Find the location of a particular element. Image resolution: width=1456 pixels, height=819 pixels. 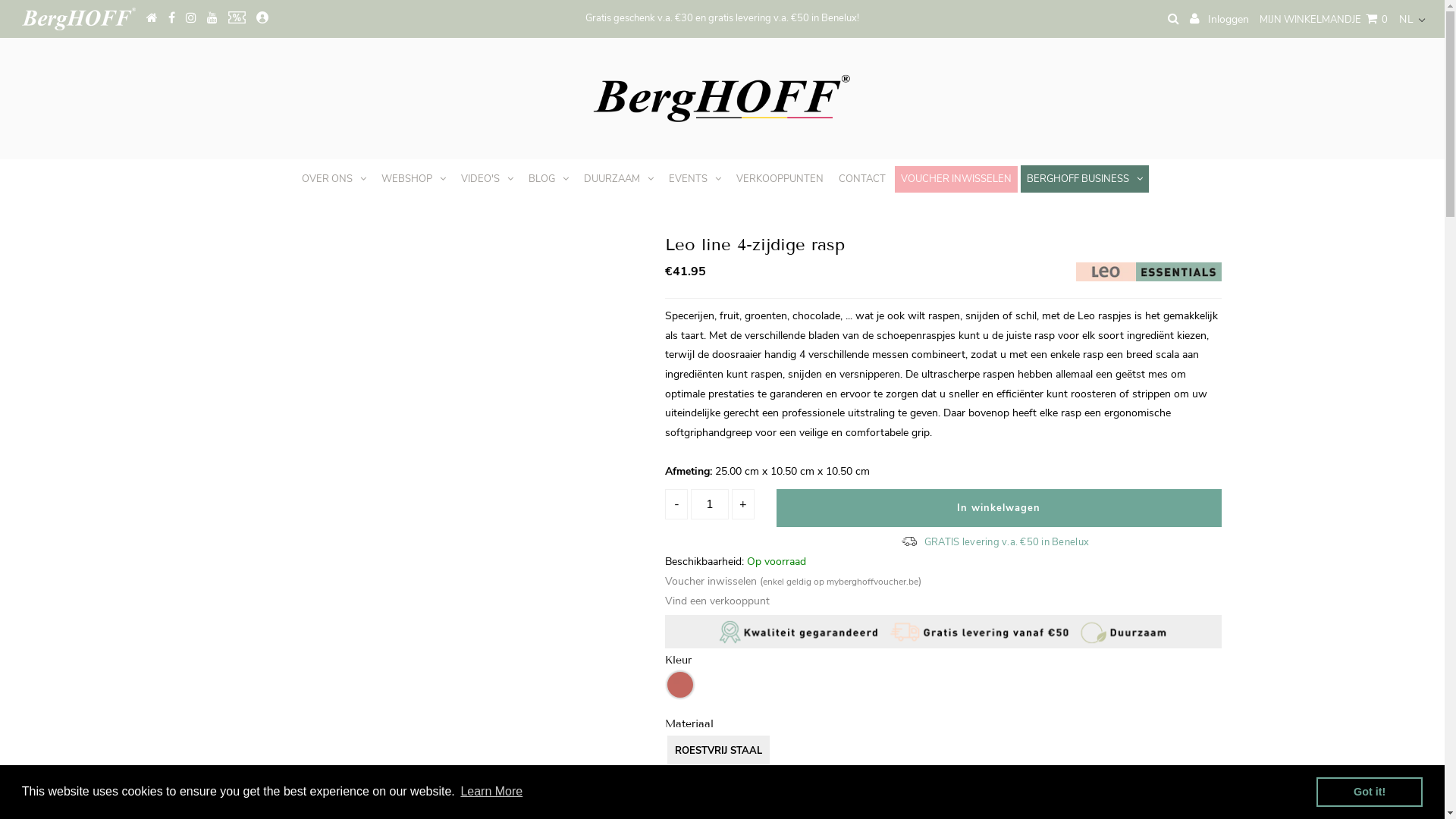

'VIDEO'S' is located at coordinates (487, 177).